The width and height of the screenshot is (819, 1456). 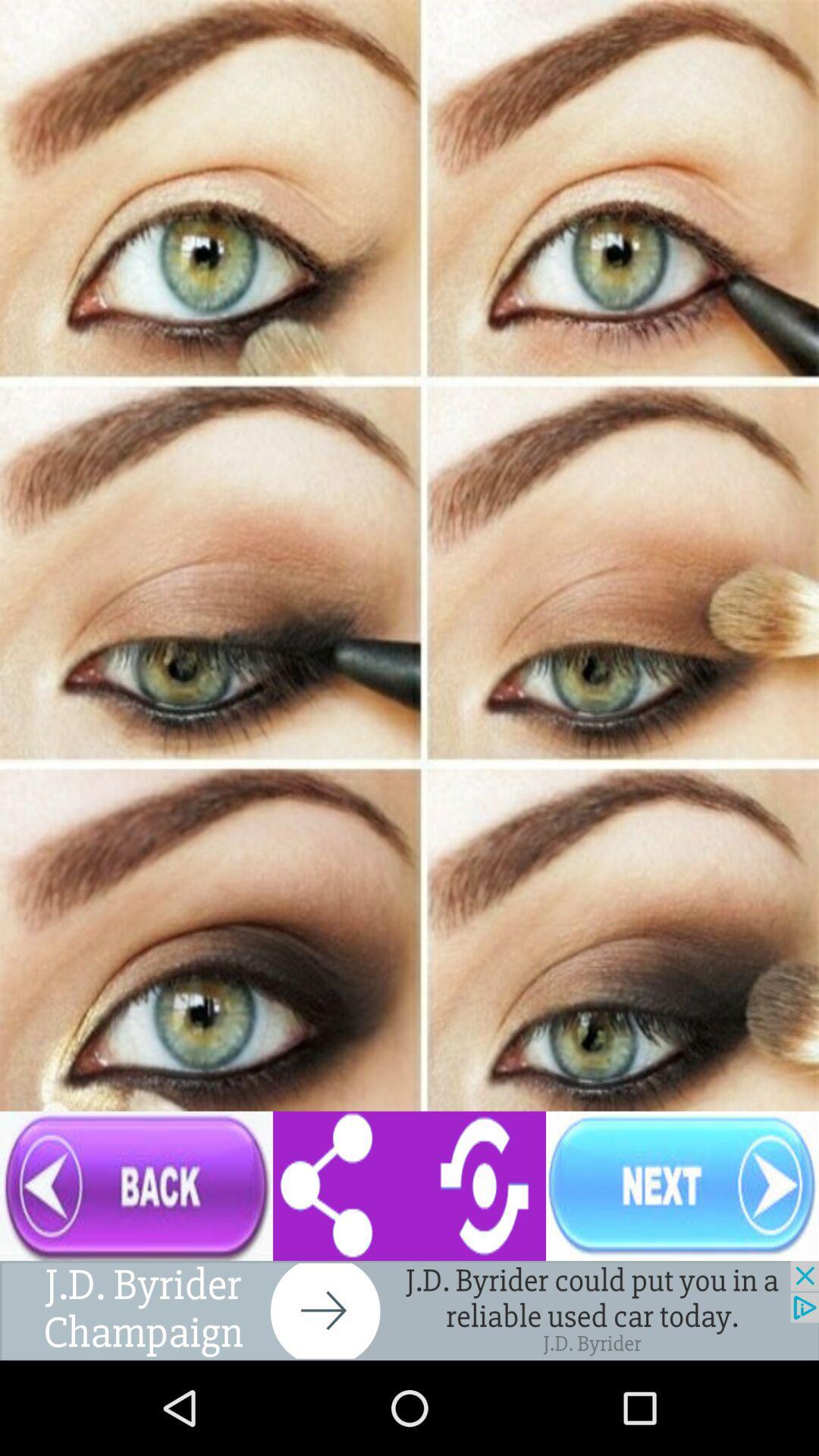 What do you see at coordinates (681, 1185) in the screenshot?
I see `next option` at bounding box center [681, 1185].